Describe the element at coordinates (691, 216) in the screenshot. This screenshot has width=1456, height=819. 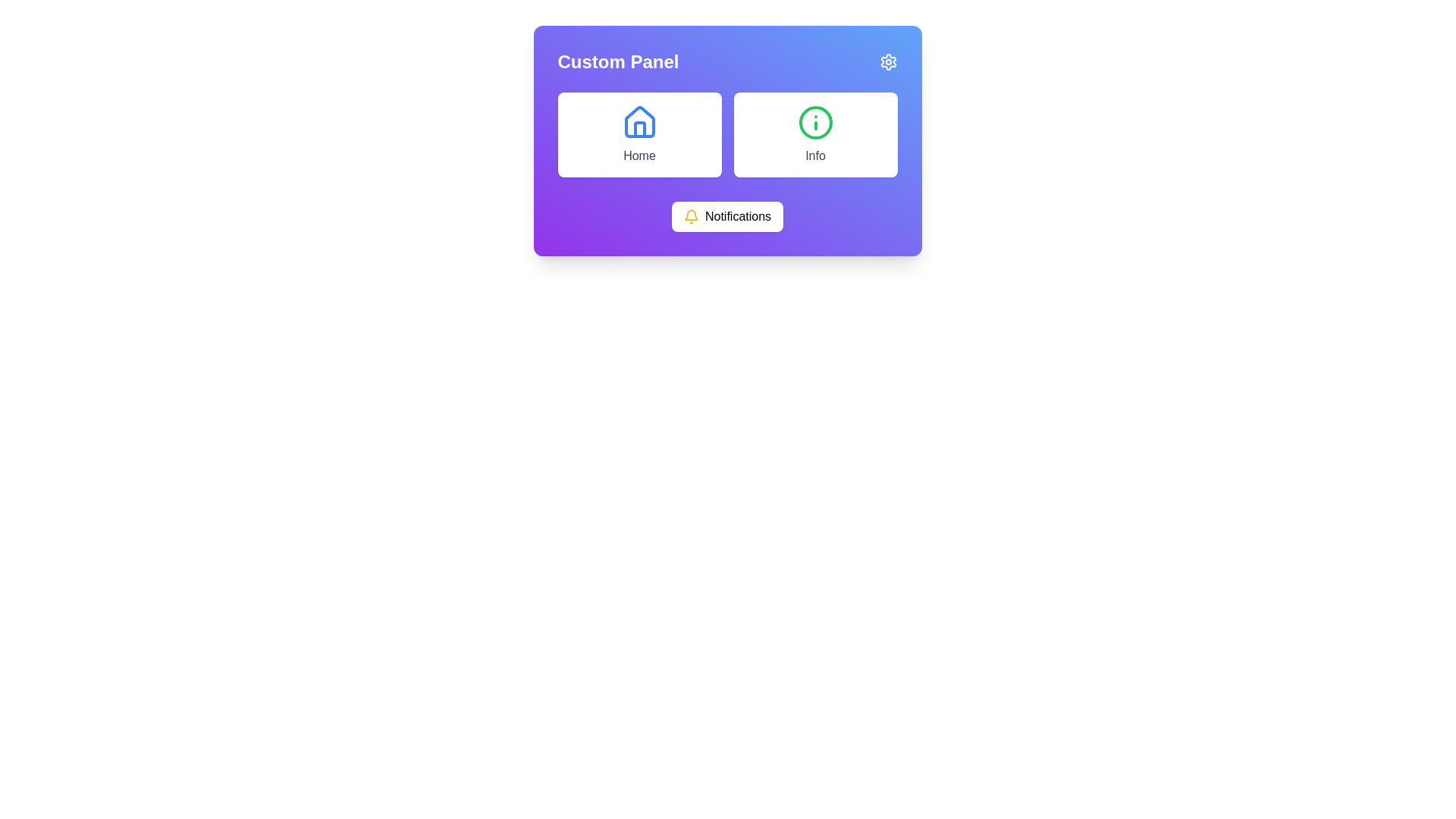
I see `the 'Notifications' button that contains the yellow bell icon` at that location.